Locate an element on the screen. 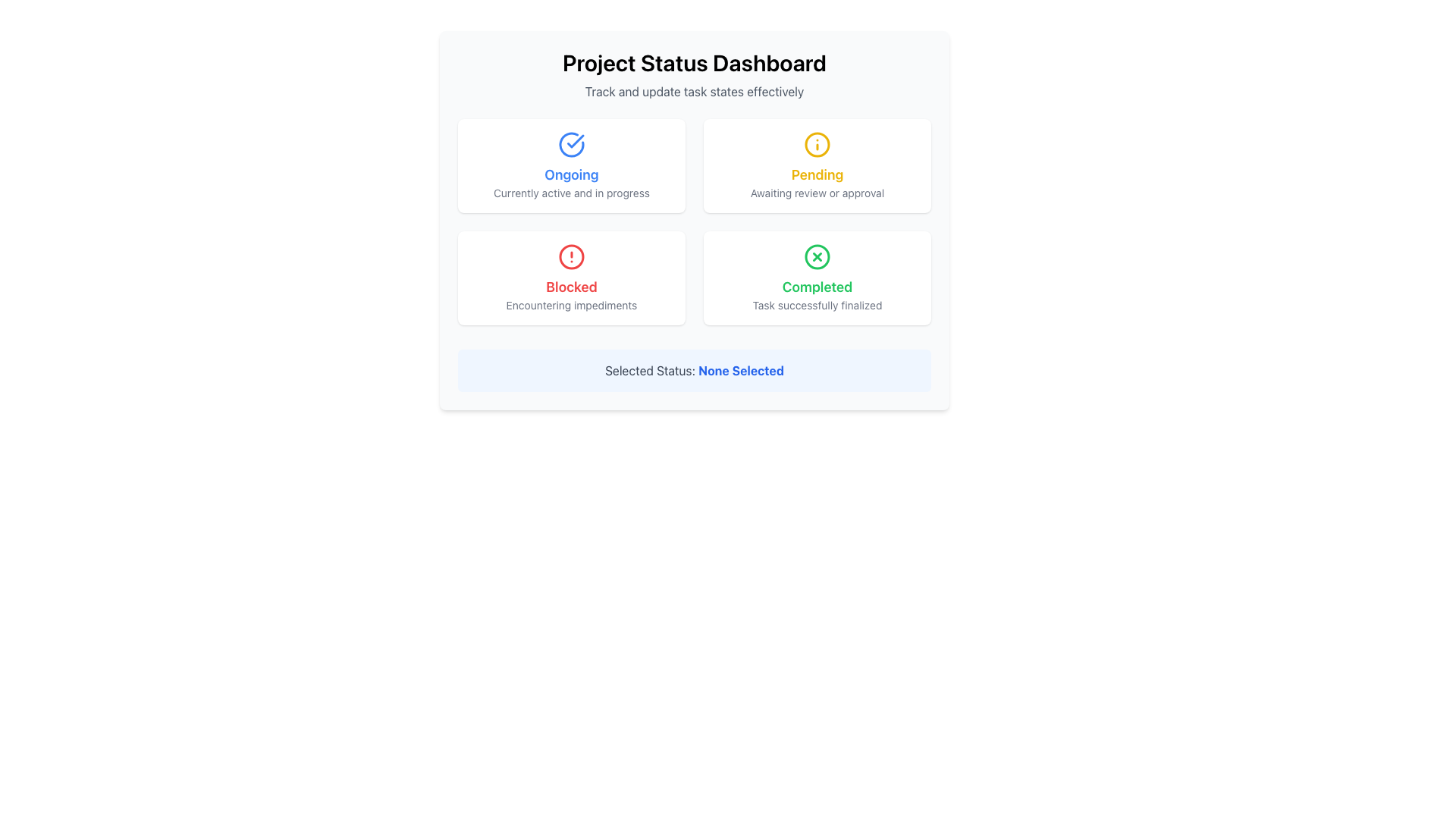 This screenshot has height=819, width=1456. the text label displaying 'Awaiting review or approval' located at the bottom of the 'Pending' card in the main dashboard area is located at coordinates (817, 192).